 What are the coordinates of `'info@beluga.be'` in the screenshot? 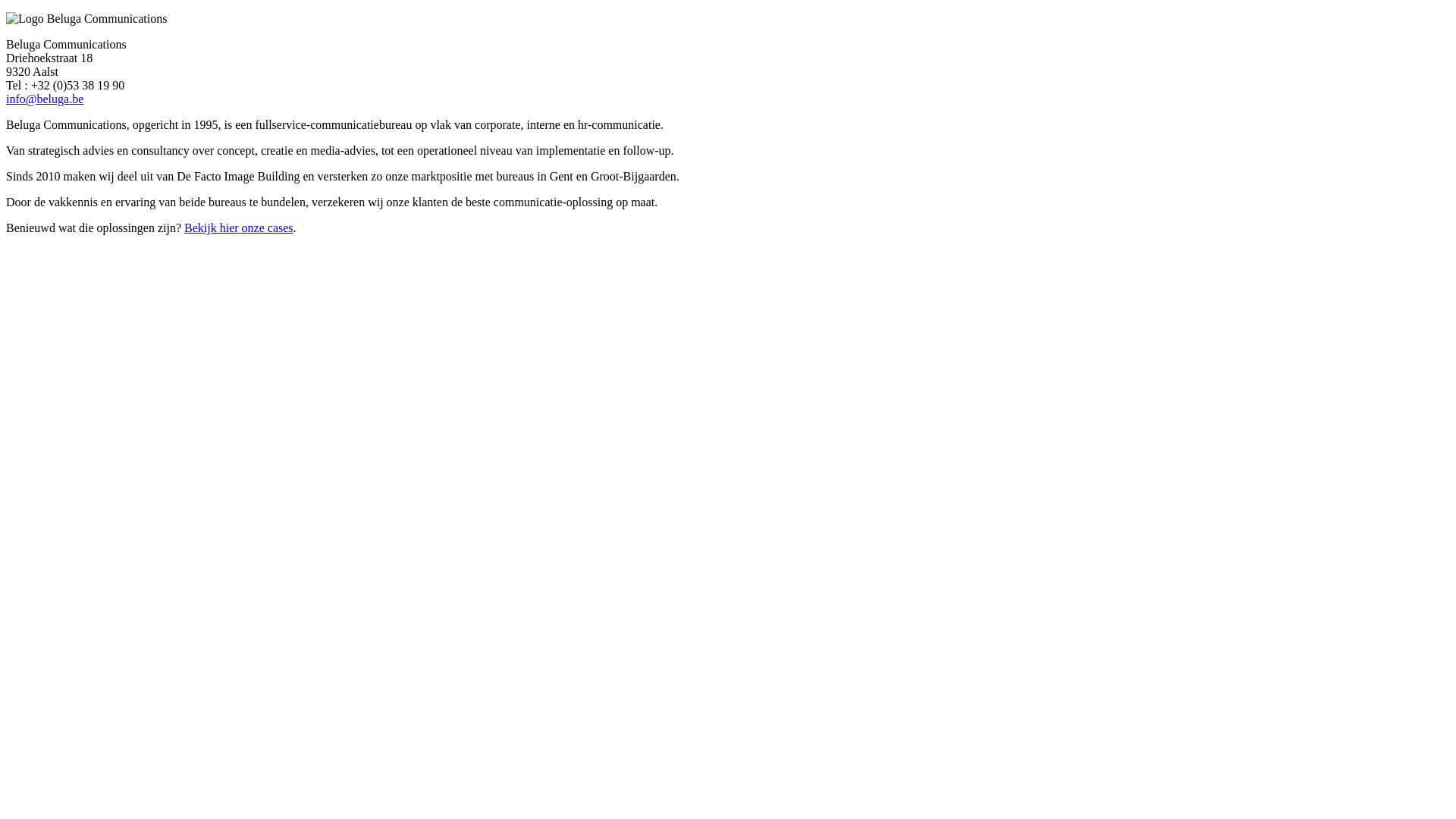 It's located at (44, 99).